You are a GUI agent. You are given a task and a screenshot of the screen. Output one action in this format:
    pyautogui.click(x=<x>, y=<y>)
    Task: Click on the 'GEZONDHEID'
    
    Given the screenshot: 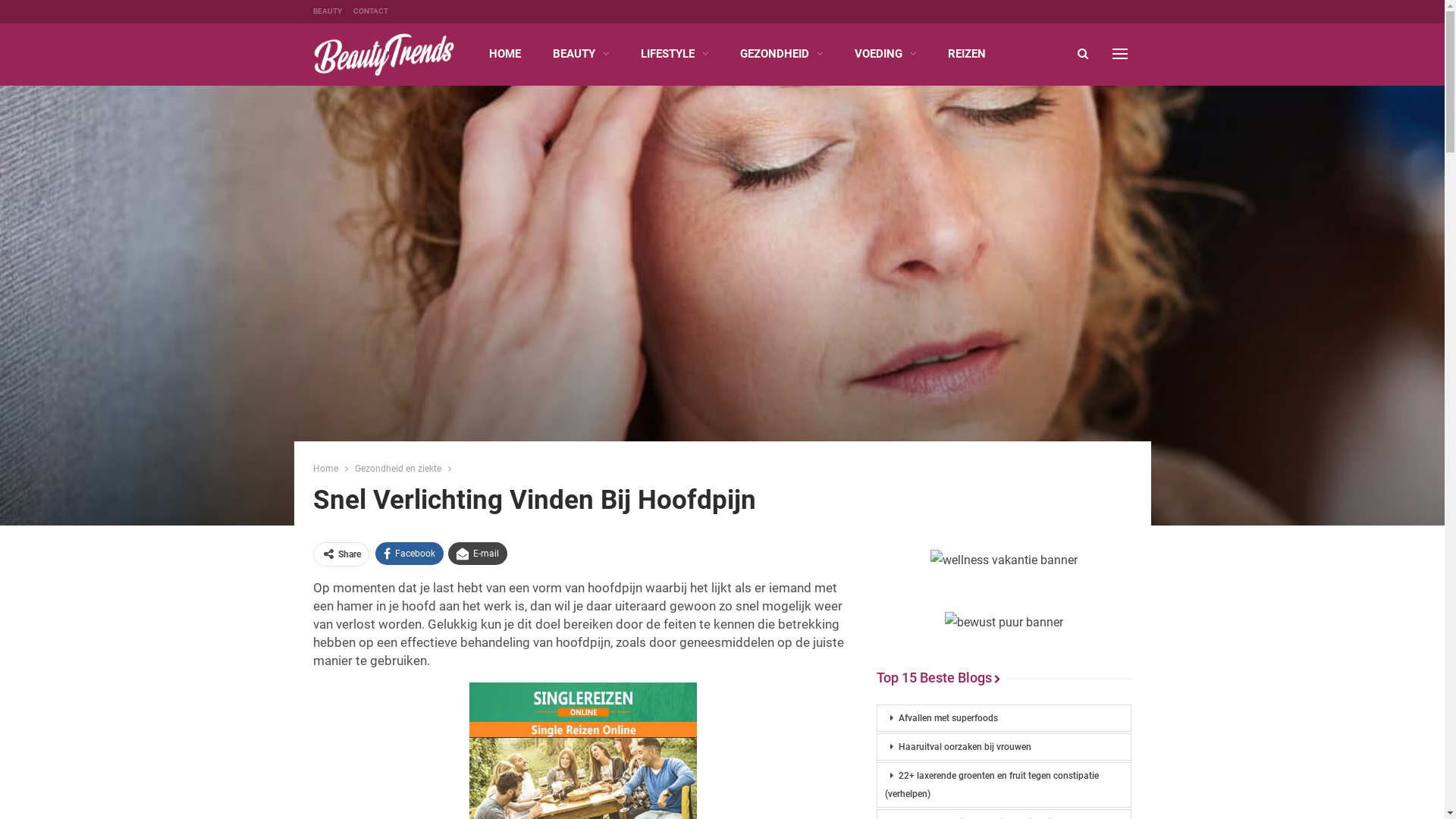 What is the action you would take?
    pyautogui.click(x=728, y=52)
    